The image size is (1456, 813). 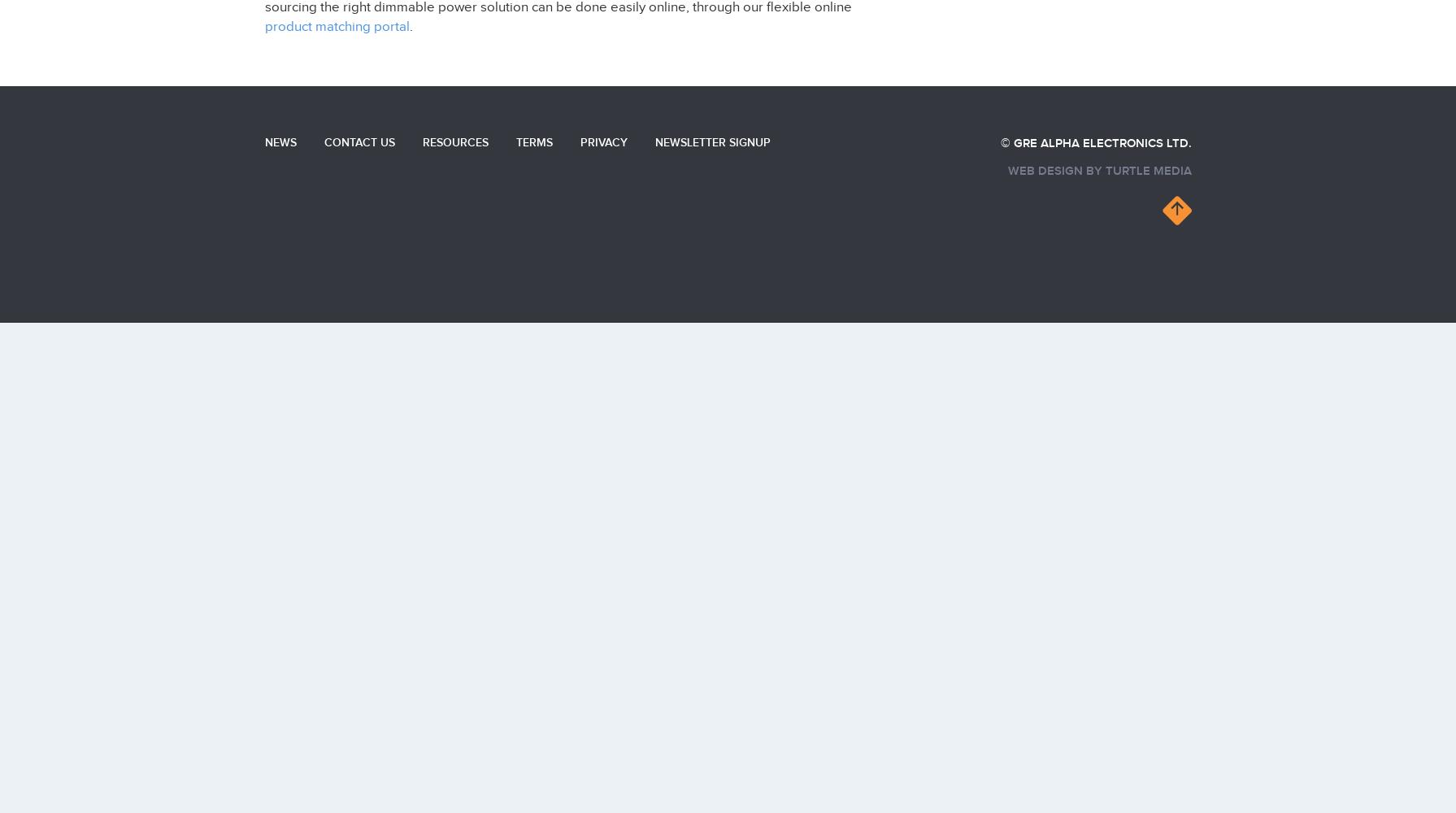 I want to click on 'turtle media', so click(x=1147, y=170).